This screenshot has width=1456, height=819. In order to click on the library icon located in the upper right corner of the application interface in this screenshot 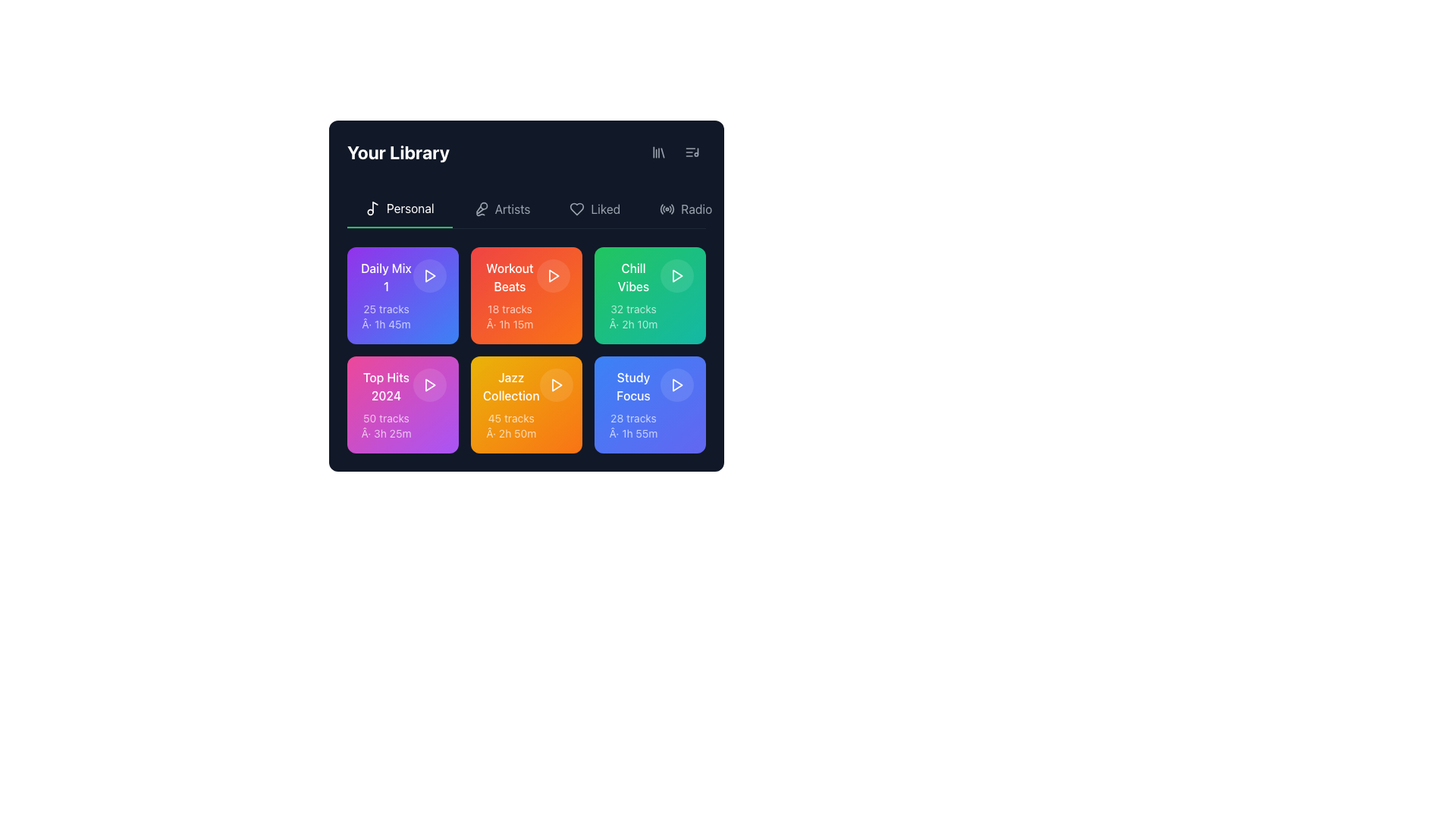, I will do `click(658, 152)`.